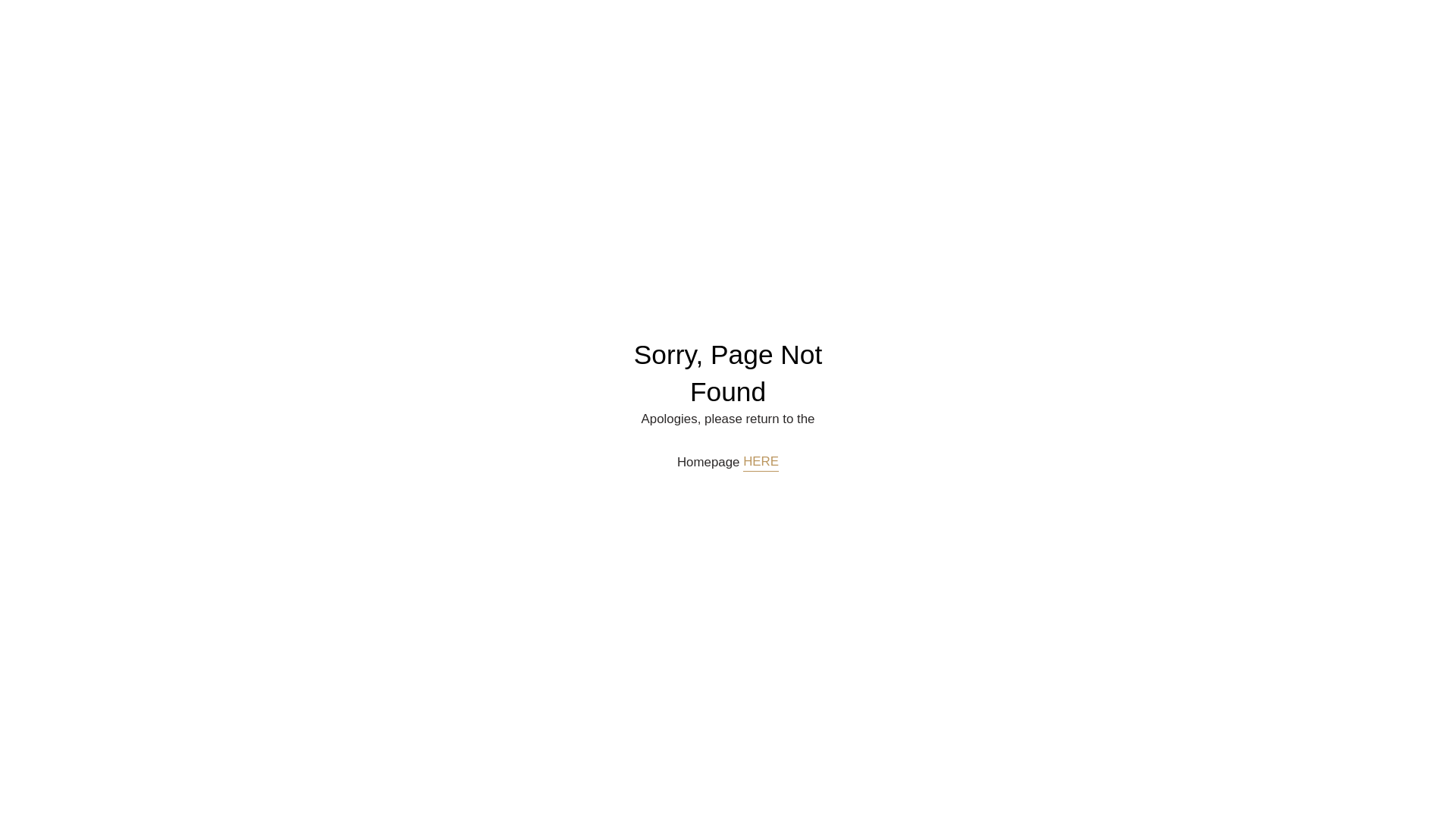 This screenshot has width=1456, height=819. Describe the element at coordinates (742, 461) in the screenshot. I see `'HERE'` at that location.